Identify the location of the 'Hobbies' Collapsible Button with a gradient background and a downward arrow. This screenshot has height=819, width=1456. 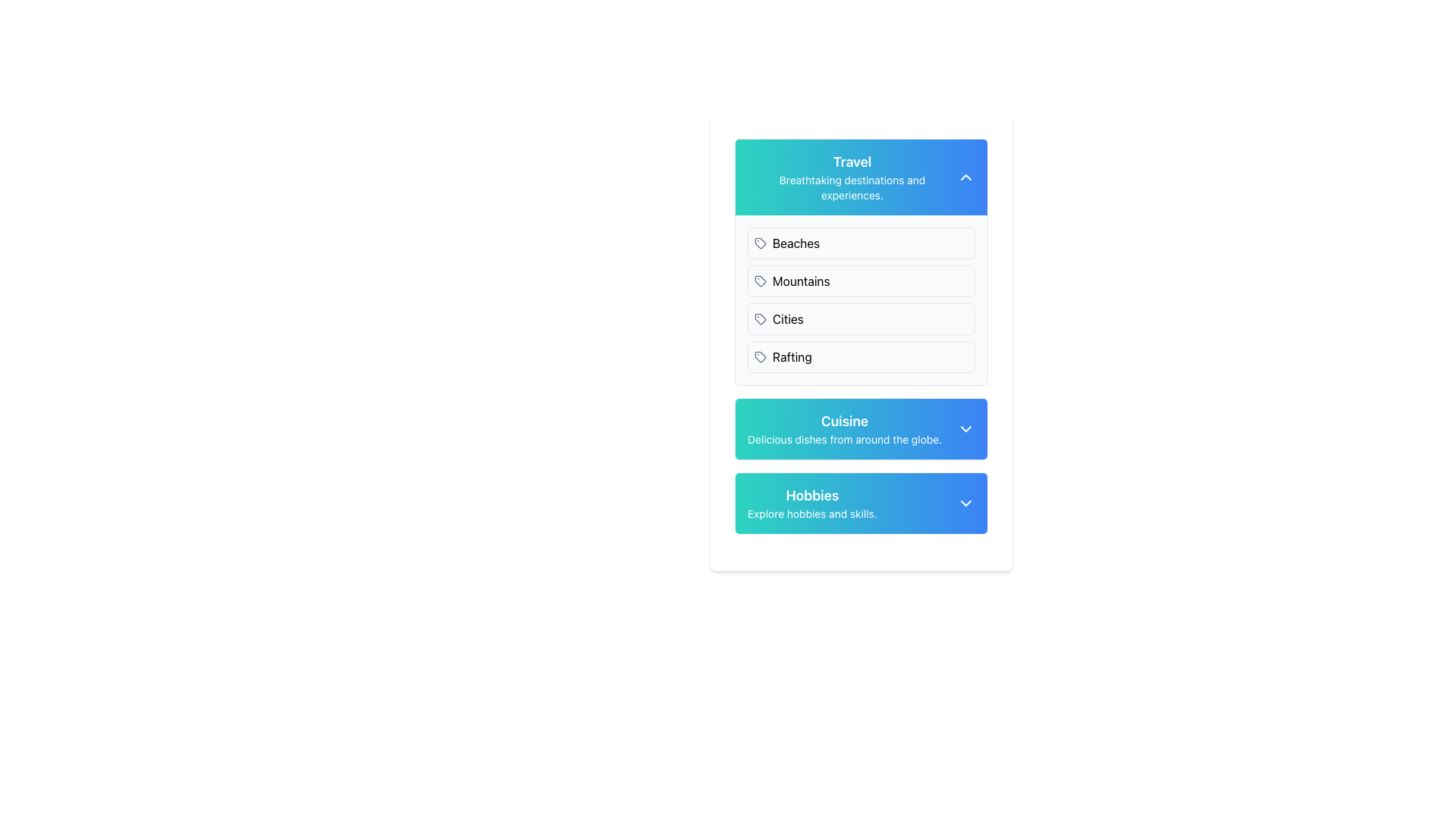
(861, 503).